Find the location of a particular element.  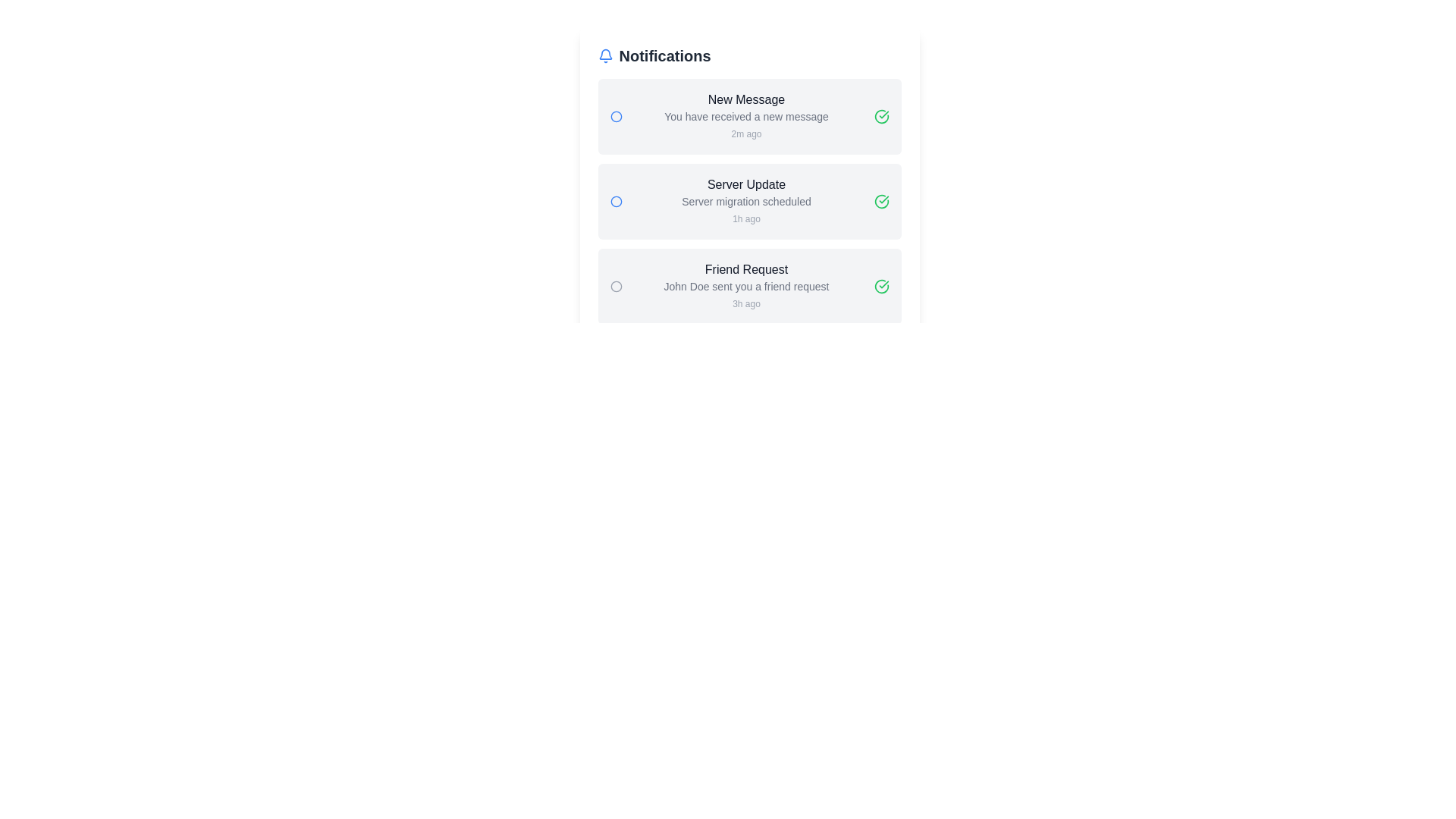

the green circular badge icon with a checkmark inside, located in the second notification block to the far right of the text content is located at coordinates (881, 116).